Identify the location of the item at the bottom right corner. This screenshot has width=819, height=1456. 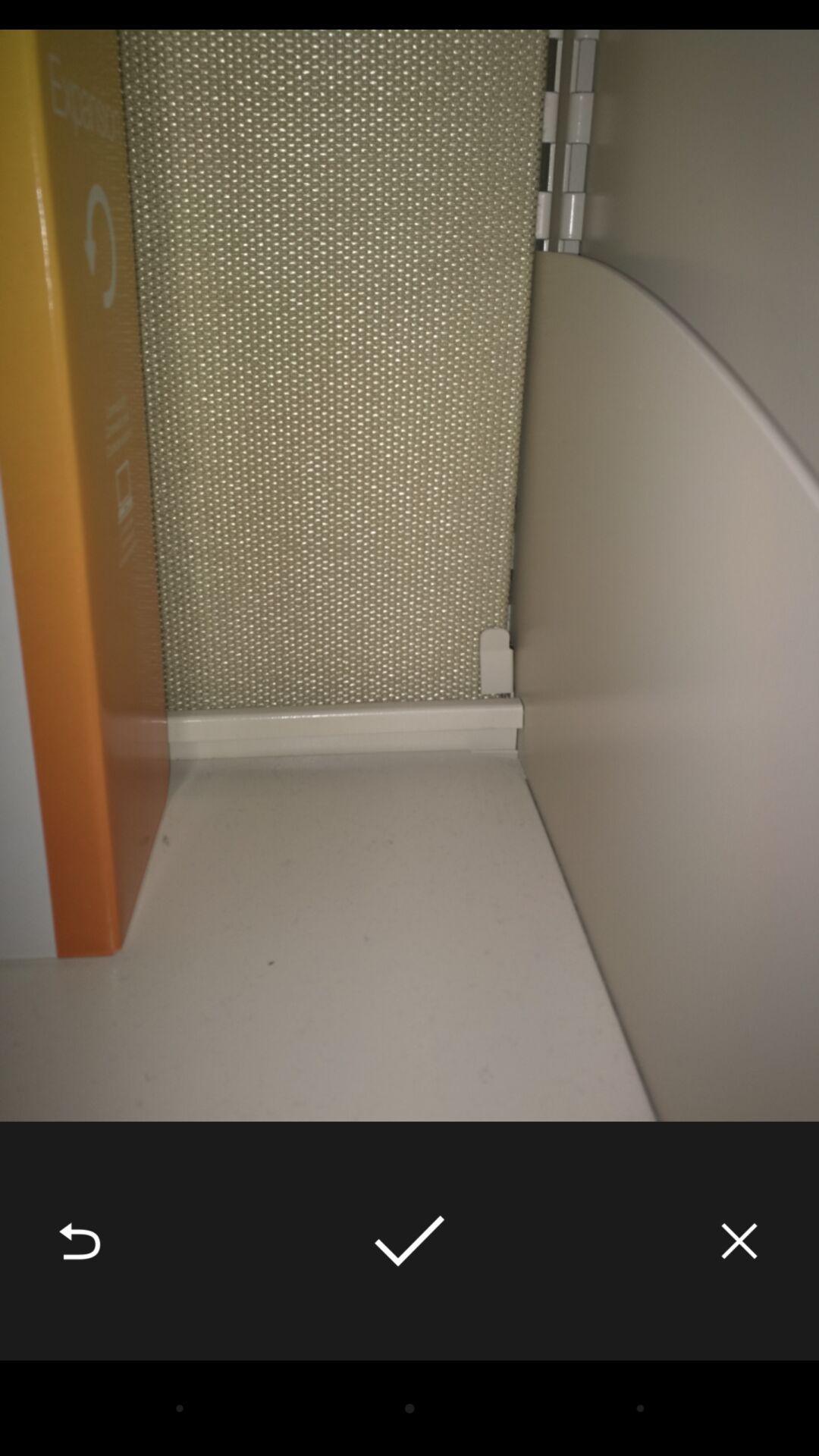
(739, 1241).